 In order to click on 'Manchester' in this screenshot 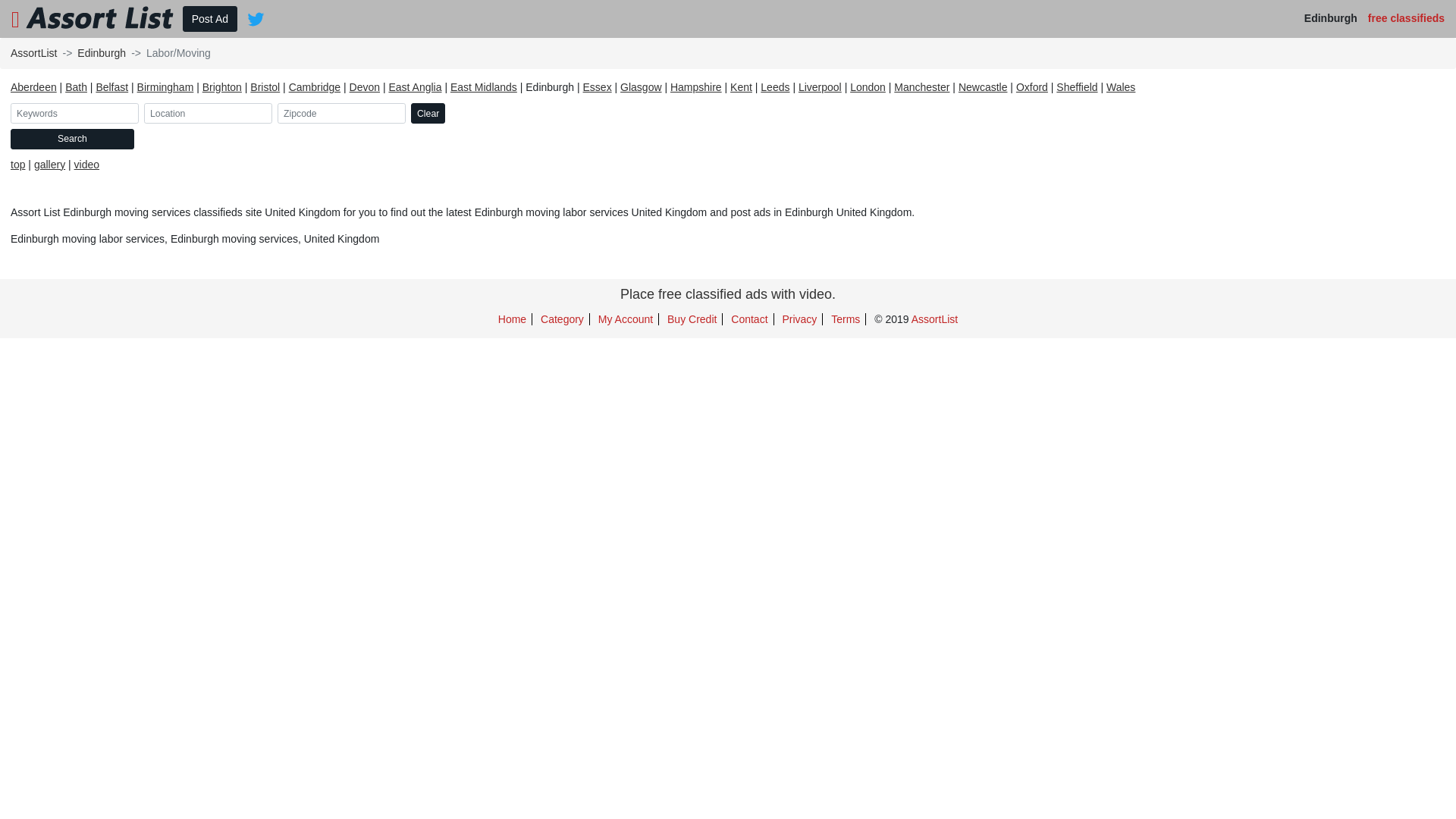, I will do `click(921, 87)`.